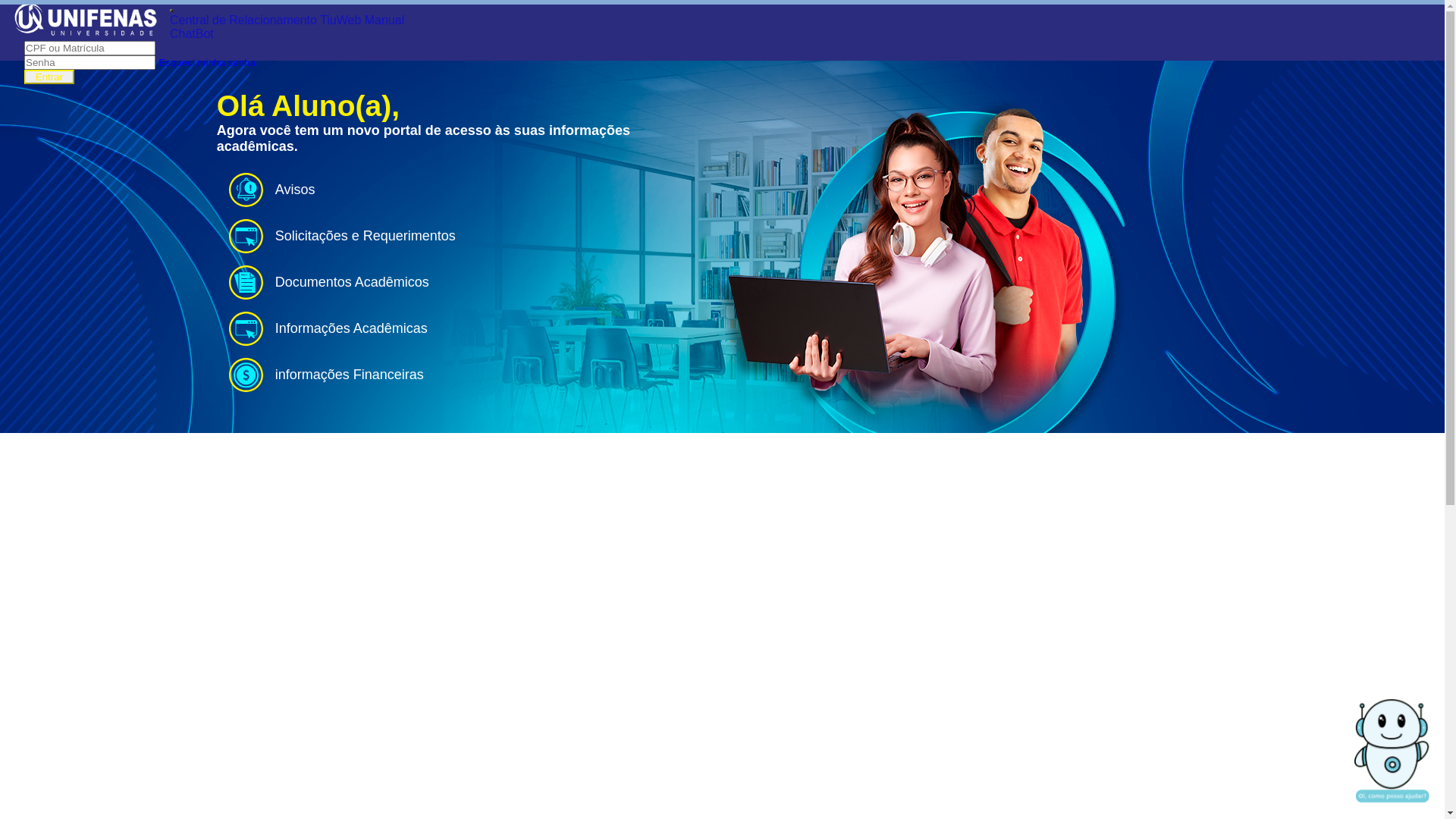  What do you see at coordinates (206, 61) in the screenshot?
I see `'Esqueci minha senha'` at bounding box center [206, 61].